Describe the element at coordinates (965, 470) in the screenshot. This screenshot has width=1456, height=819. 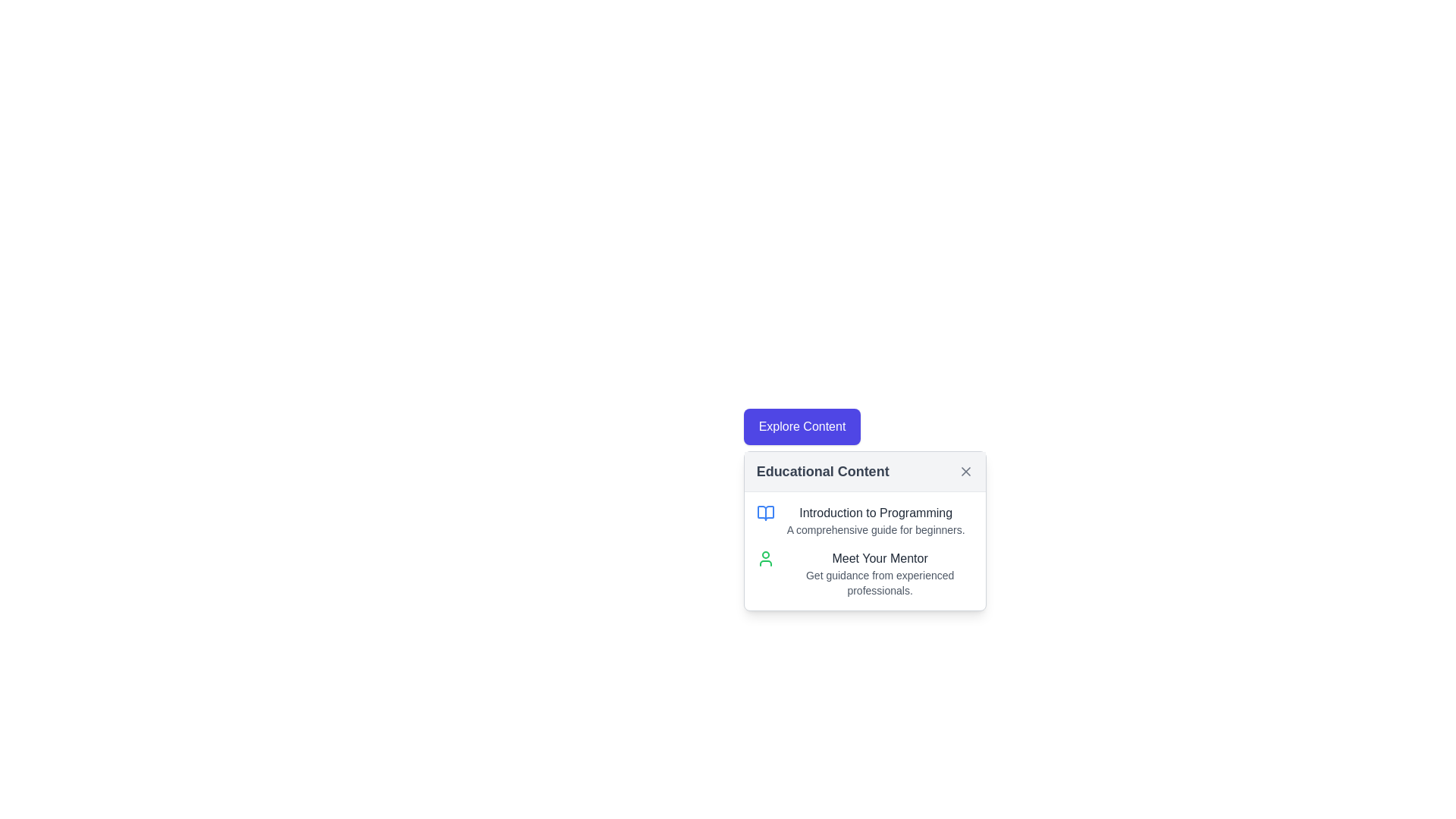
I see `the close button icon located in the upper-right corner of the 'Educational Content' box` at that location.